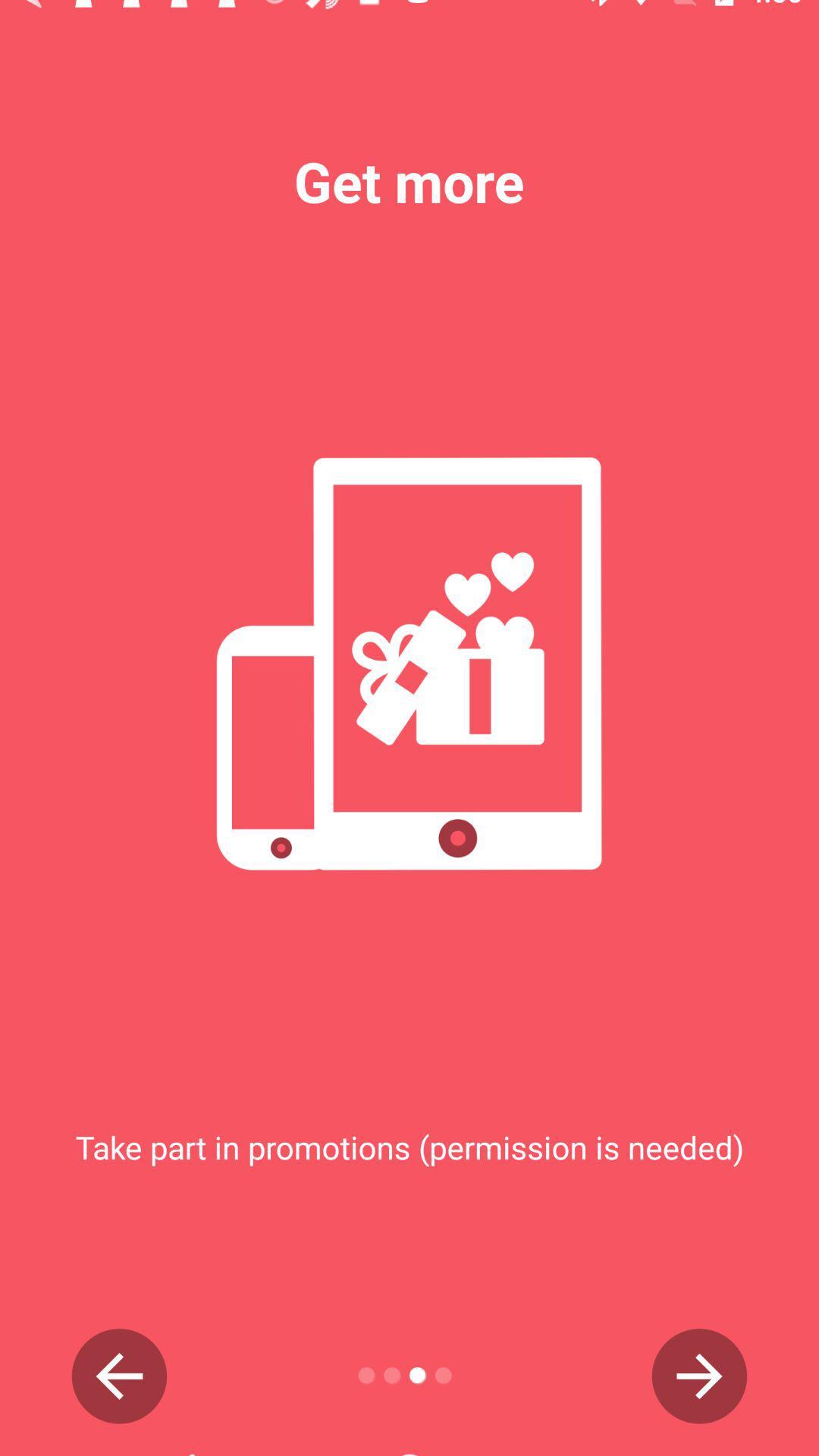 This screenshot has width=819, height=1456. I want to click on go back, so click(118, 1376).